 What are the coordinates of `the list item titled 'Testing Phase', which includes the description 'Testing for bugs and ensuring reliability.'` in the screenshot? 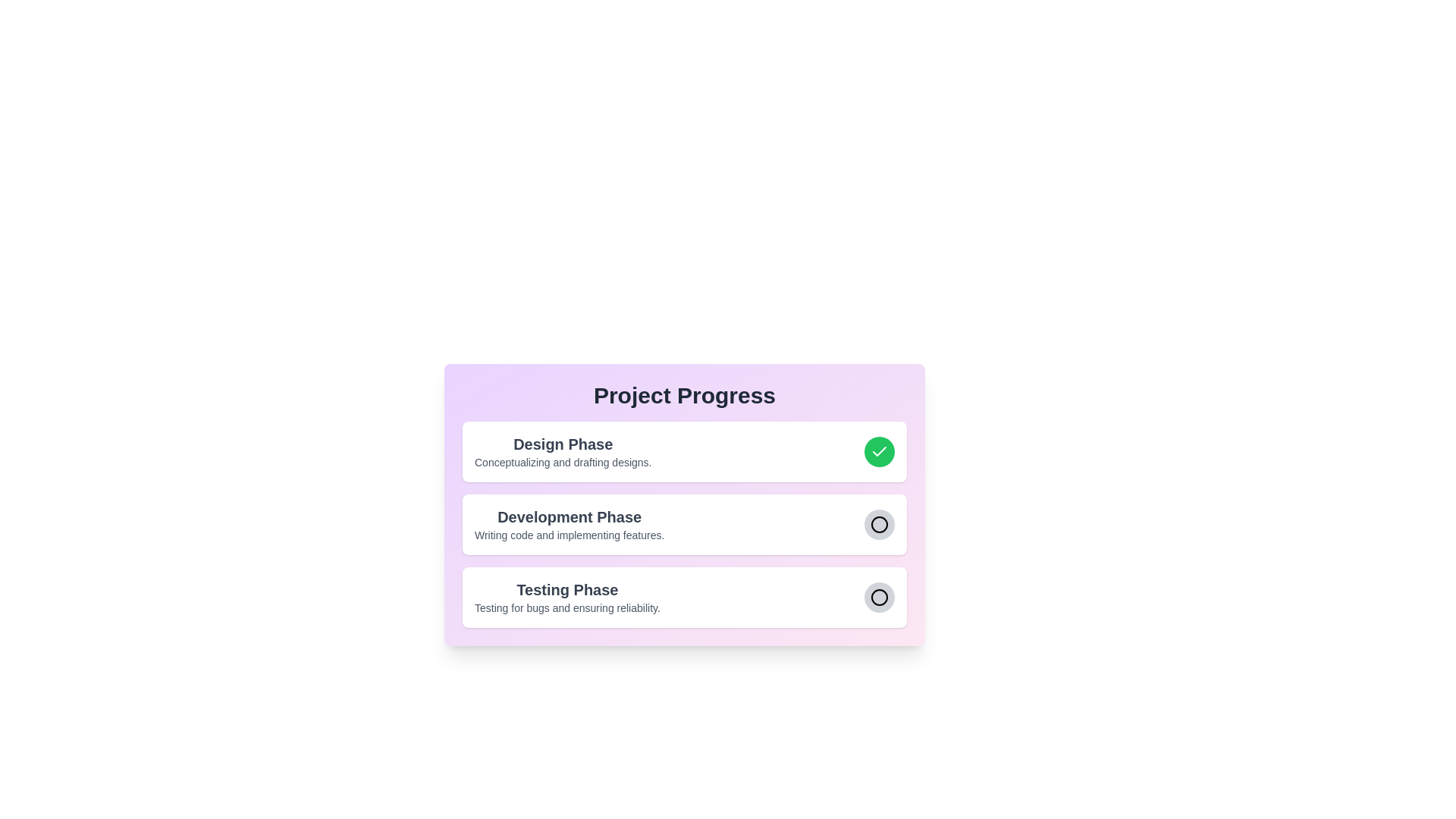 It's located at (683, 596).